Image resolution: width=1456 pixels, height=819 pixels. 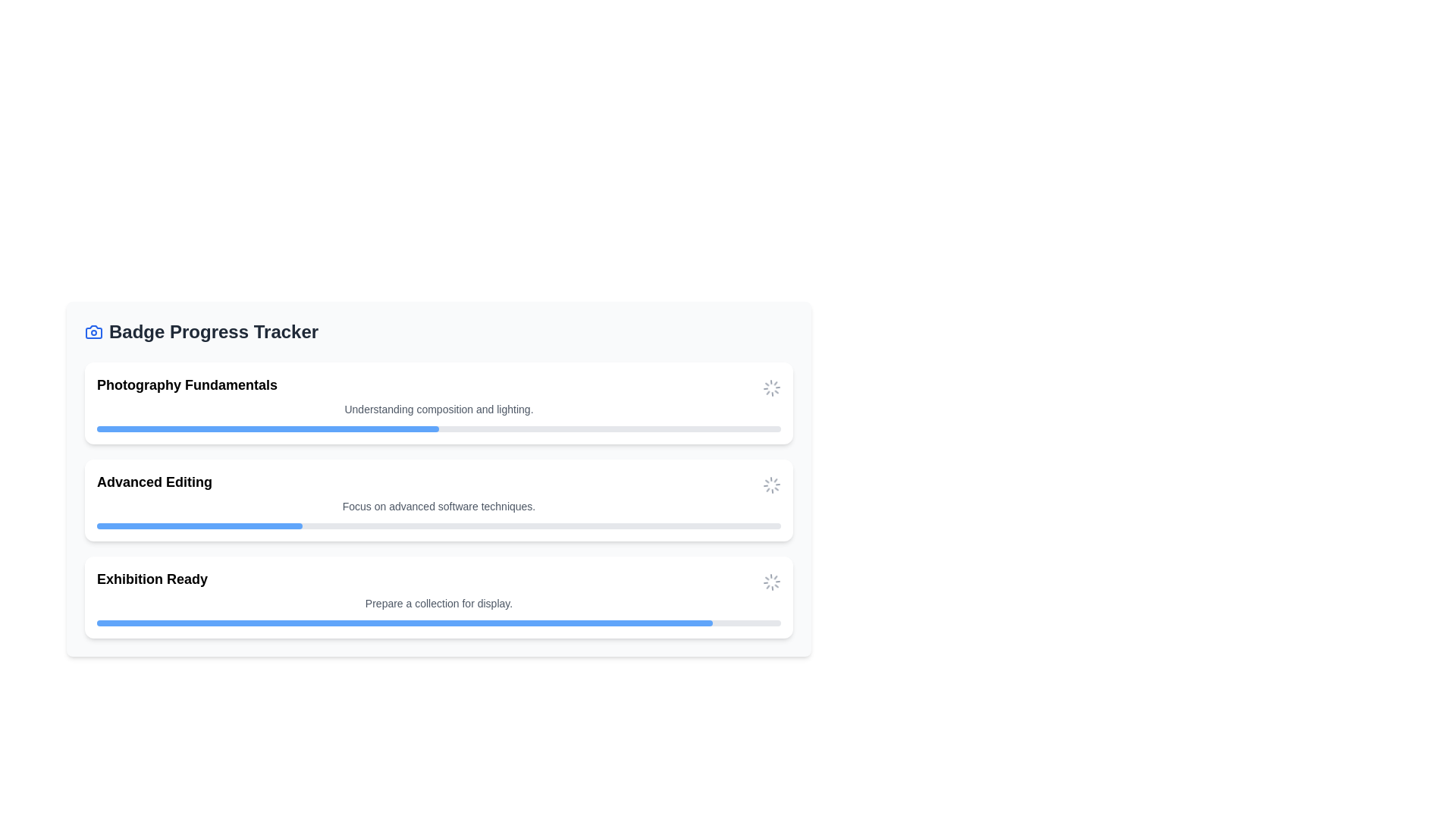 I want to click on the blue camera icon positioned at the top left corner of the 'Badge Progress Tracker' header text, so click(x=93, y=331).